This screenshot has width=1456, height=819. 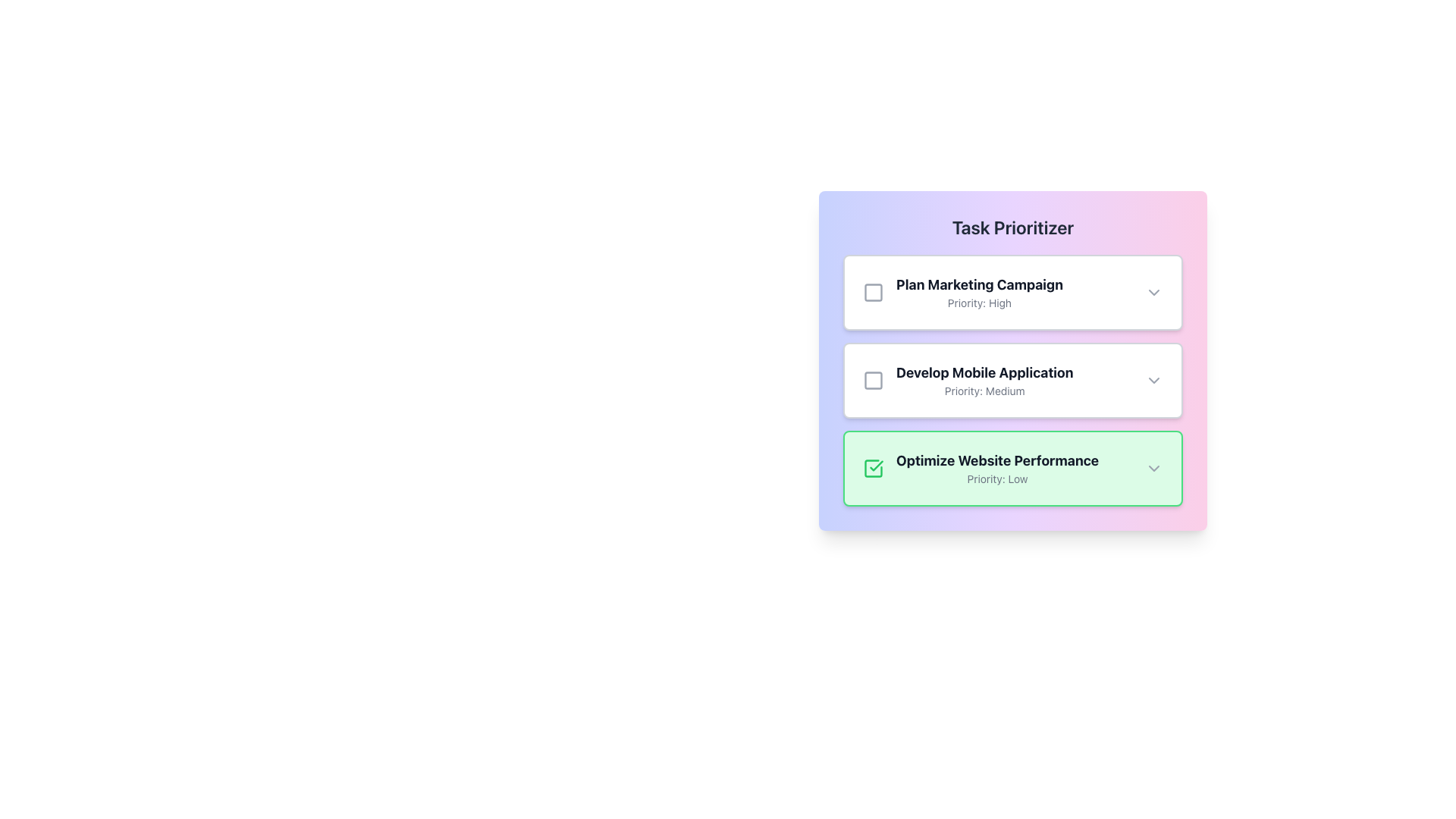 I want to click on to select the ListItem for 'Plan Marketing Campaign', which is the topmost entry in the task prioritizer interface, so click(x=1004, y=292).